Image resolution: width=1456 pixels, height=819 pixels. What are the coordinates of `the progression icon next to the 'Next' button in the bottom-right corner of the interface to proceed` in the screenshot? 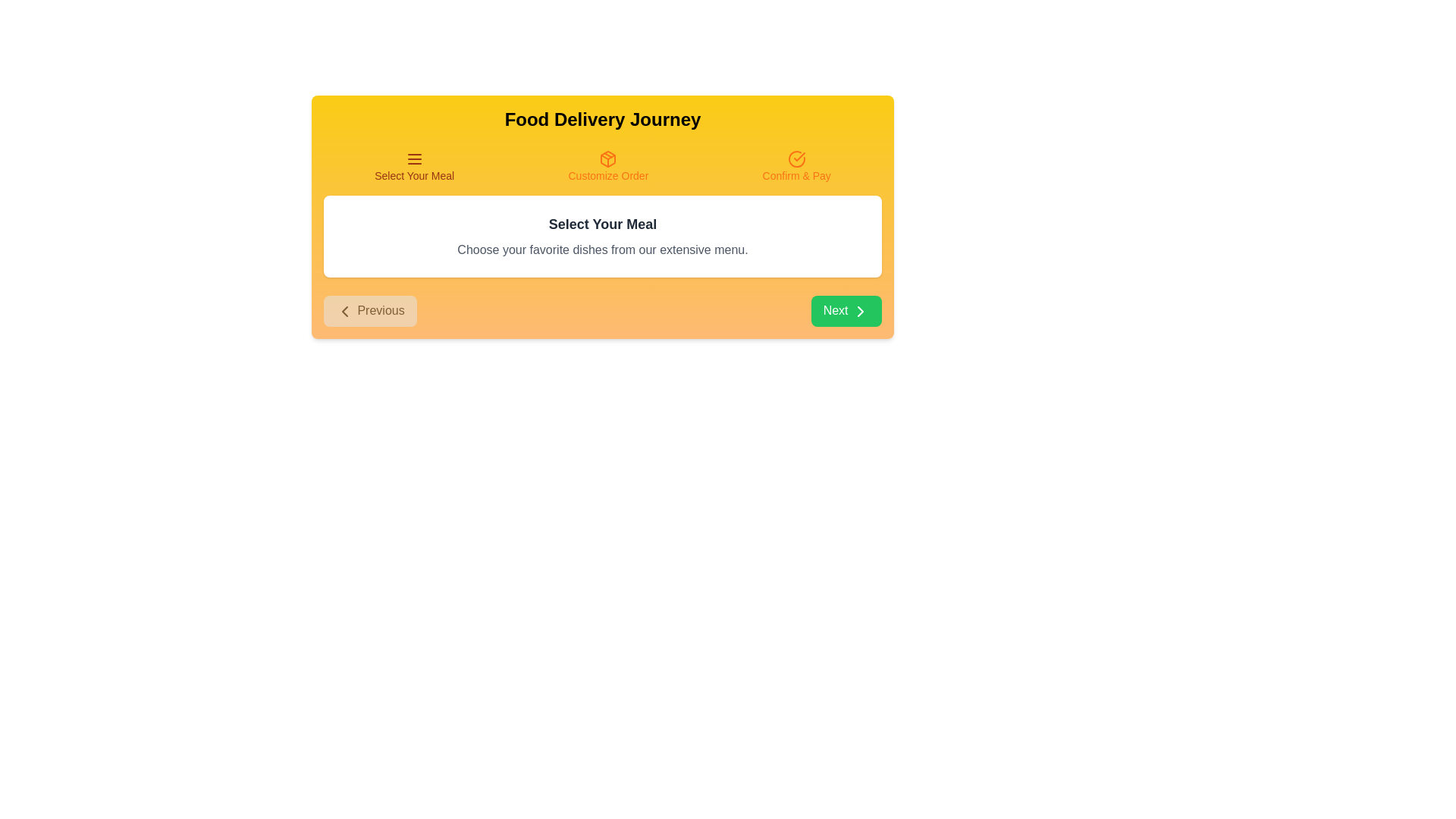 It's located at (860, 309).